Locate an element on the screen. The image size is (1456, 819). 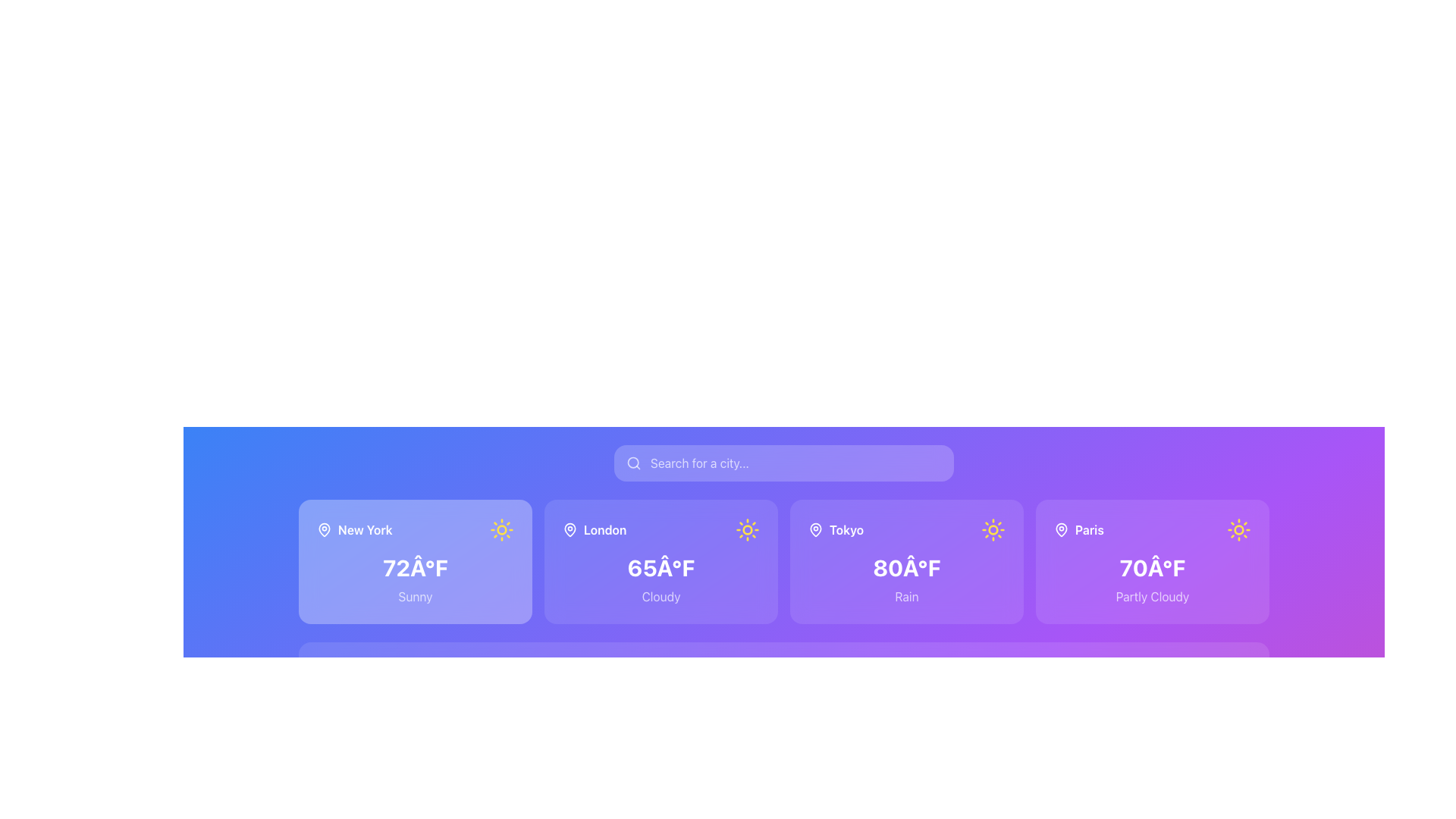
the label indicating the geographical location associated with the weather information in the first city weather card, located at the top-left section next to the location pin icon is located at coordinates (353, 529).